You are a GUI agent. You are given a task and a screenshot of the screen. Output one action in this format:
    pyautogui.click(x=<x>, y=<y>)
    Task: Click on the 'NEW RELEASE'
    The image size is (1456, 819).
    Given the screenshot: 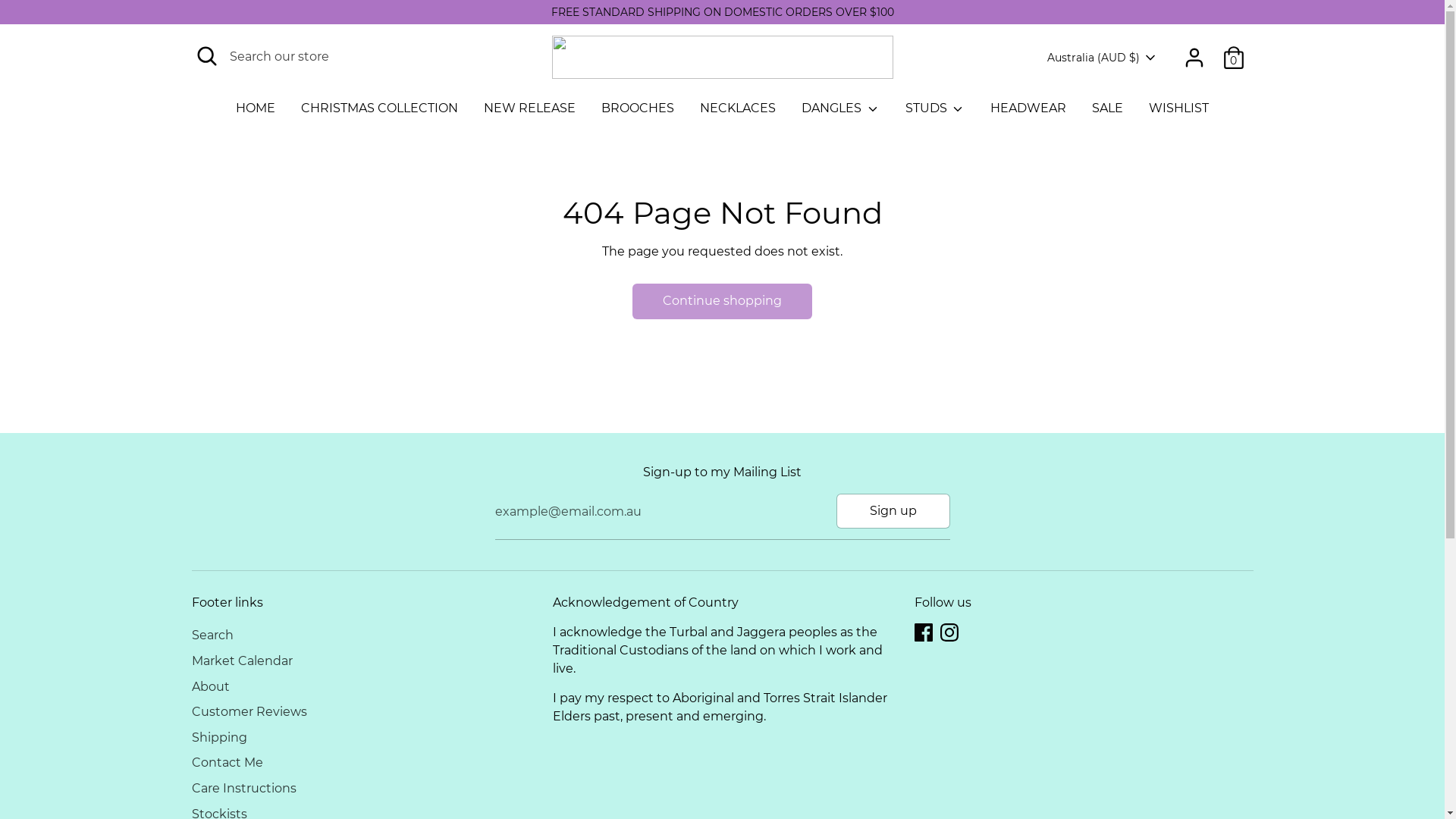 What is the action you would take?
    pyautogui.click(x=529, y=112)
    